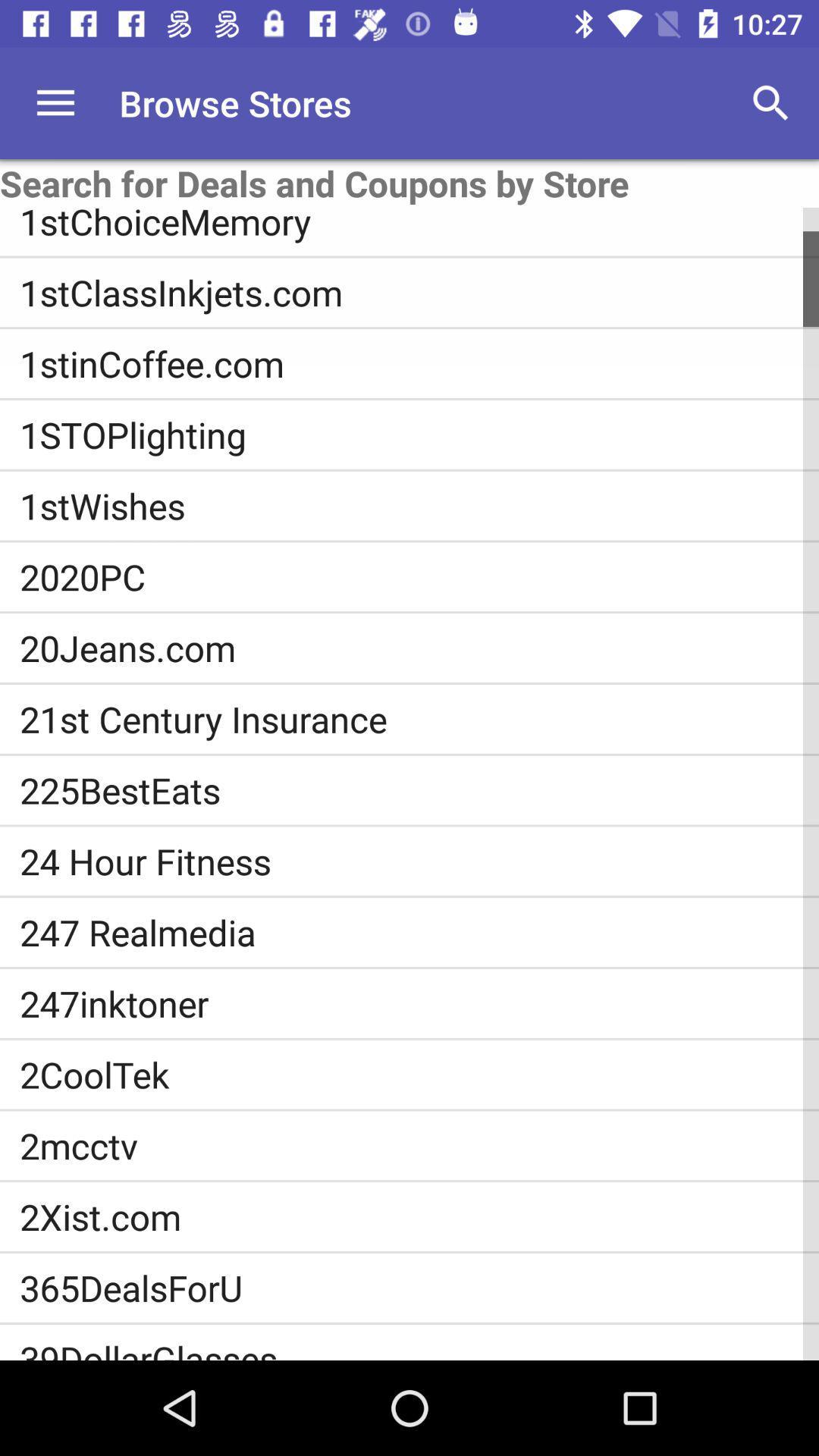 This screenshot has width=819, height=1456. I want to click on item above the 1stwishes item, so click(419, 434).